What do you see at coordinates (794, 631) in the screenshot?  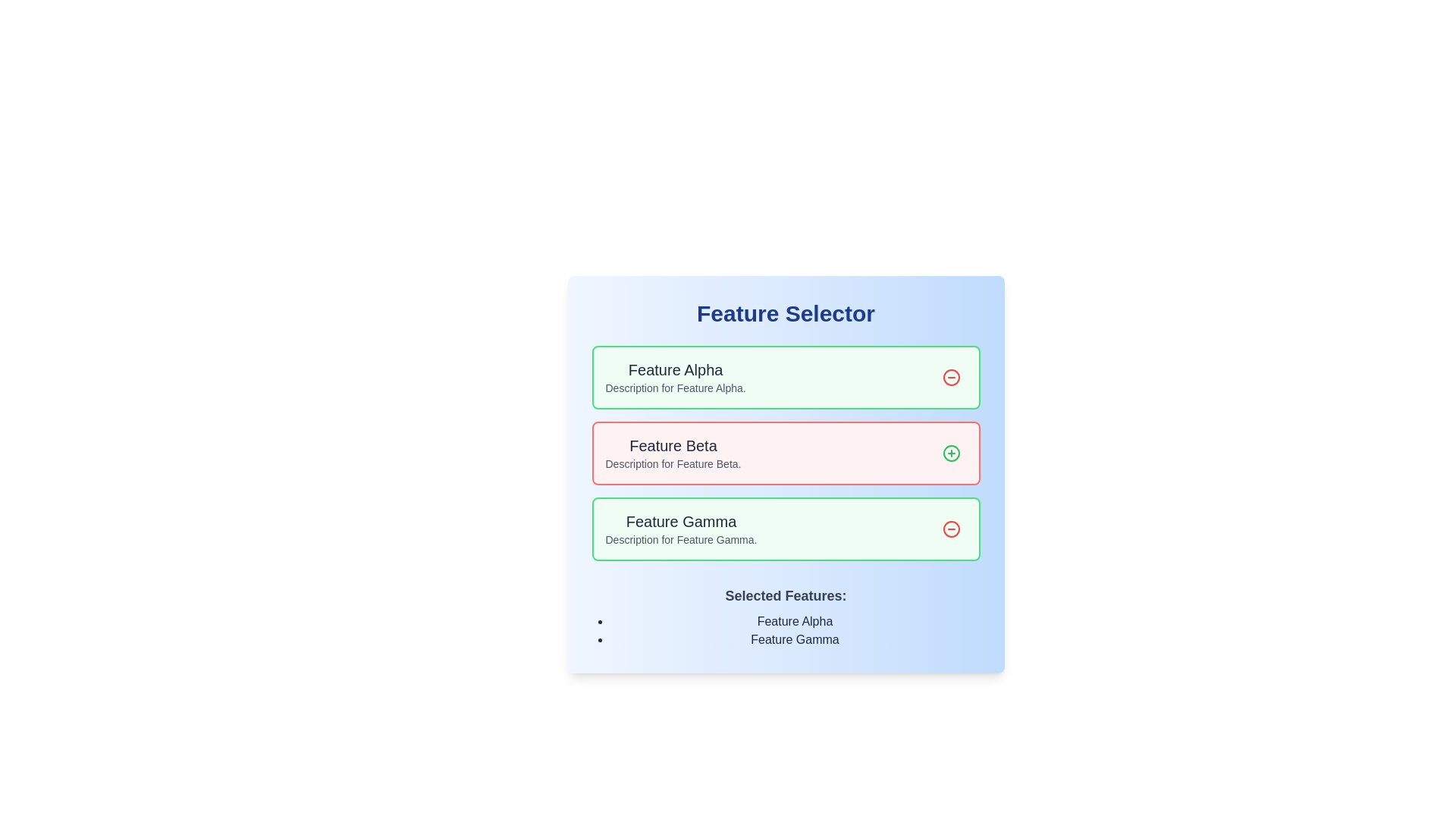 I see `listed items from the display component in the 'Selected Features:' section, which contains 'Feature Alpha' and 'Feature Gamma'` at bounding box center [794, 631].